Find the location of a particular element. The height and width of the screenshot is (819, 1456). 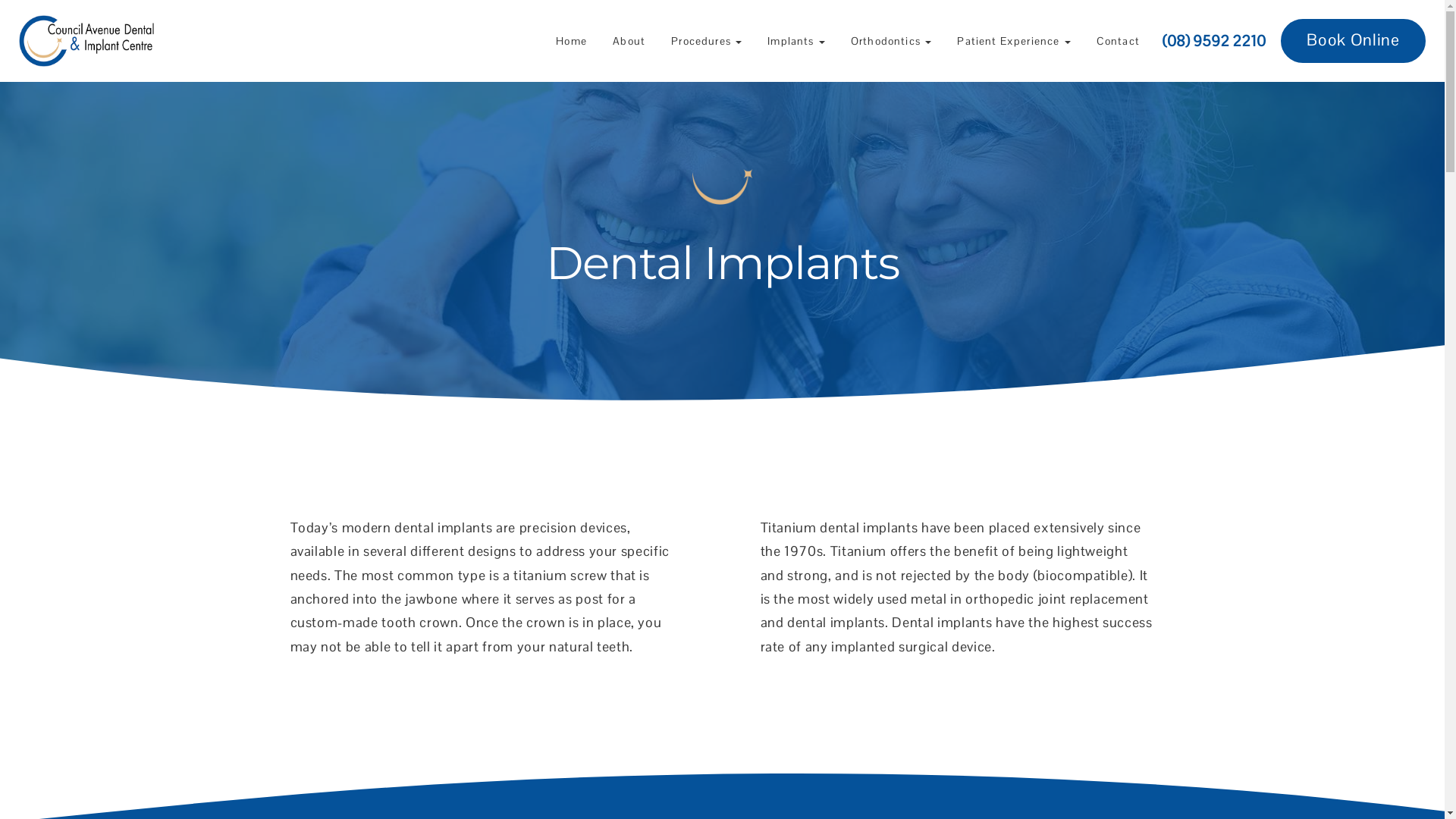

'Home' is located at coordinates (570, 40).